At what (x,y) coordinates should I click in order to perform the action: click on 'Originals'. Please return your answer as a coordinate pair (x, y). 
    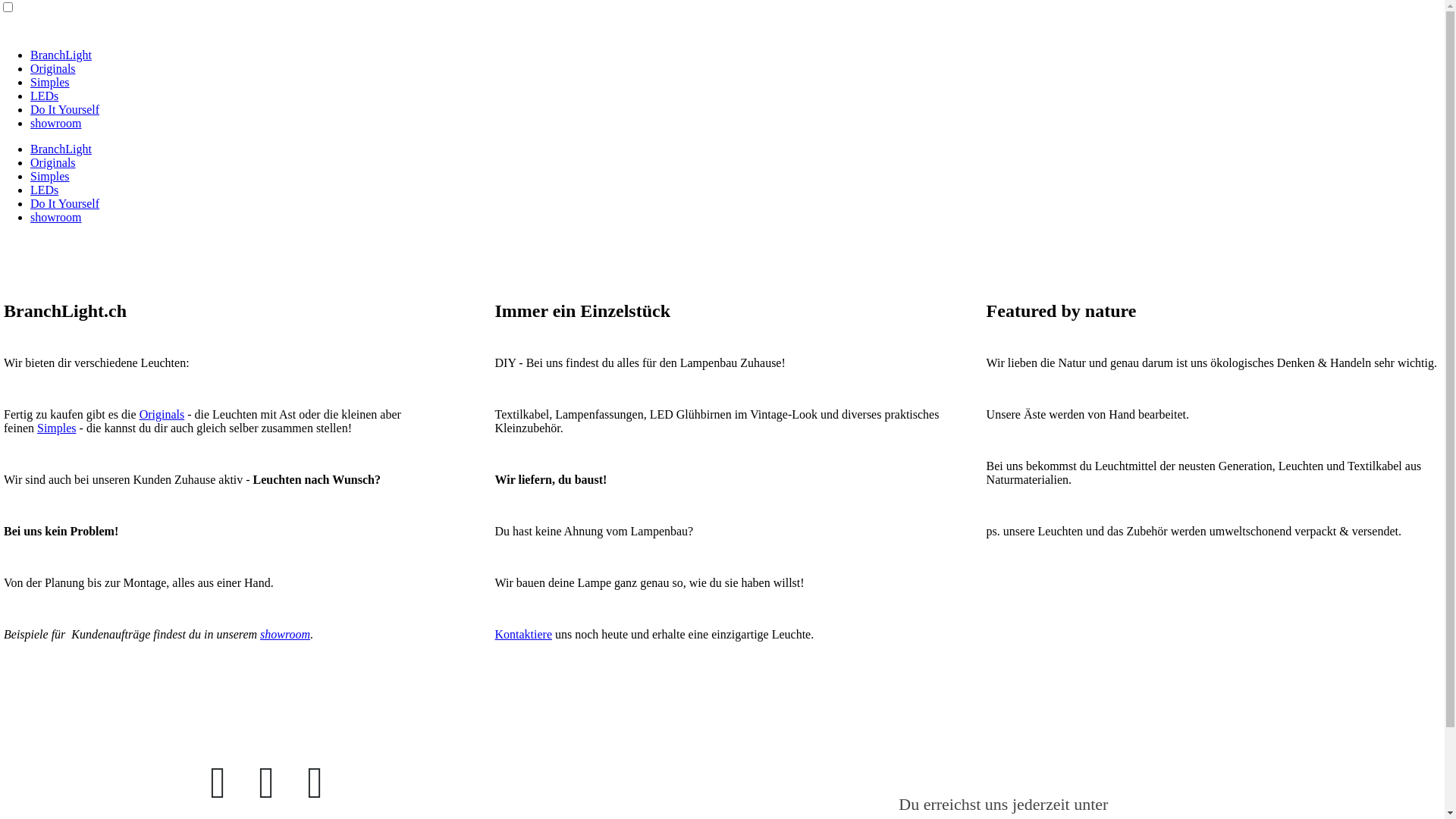
    Looking at the image, I should click on (162, 414).